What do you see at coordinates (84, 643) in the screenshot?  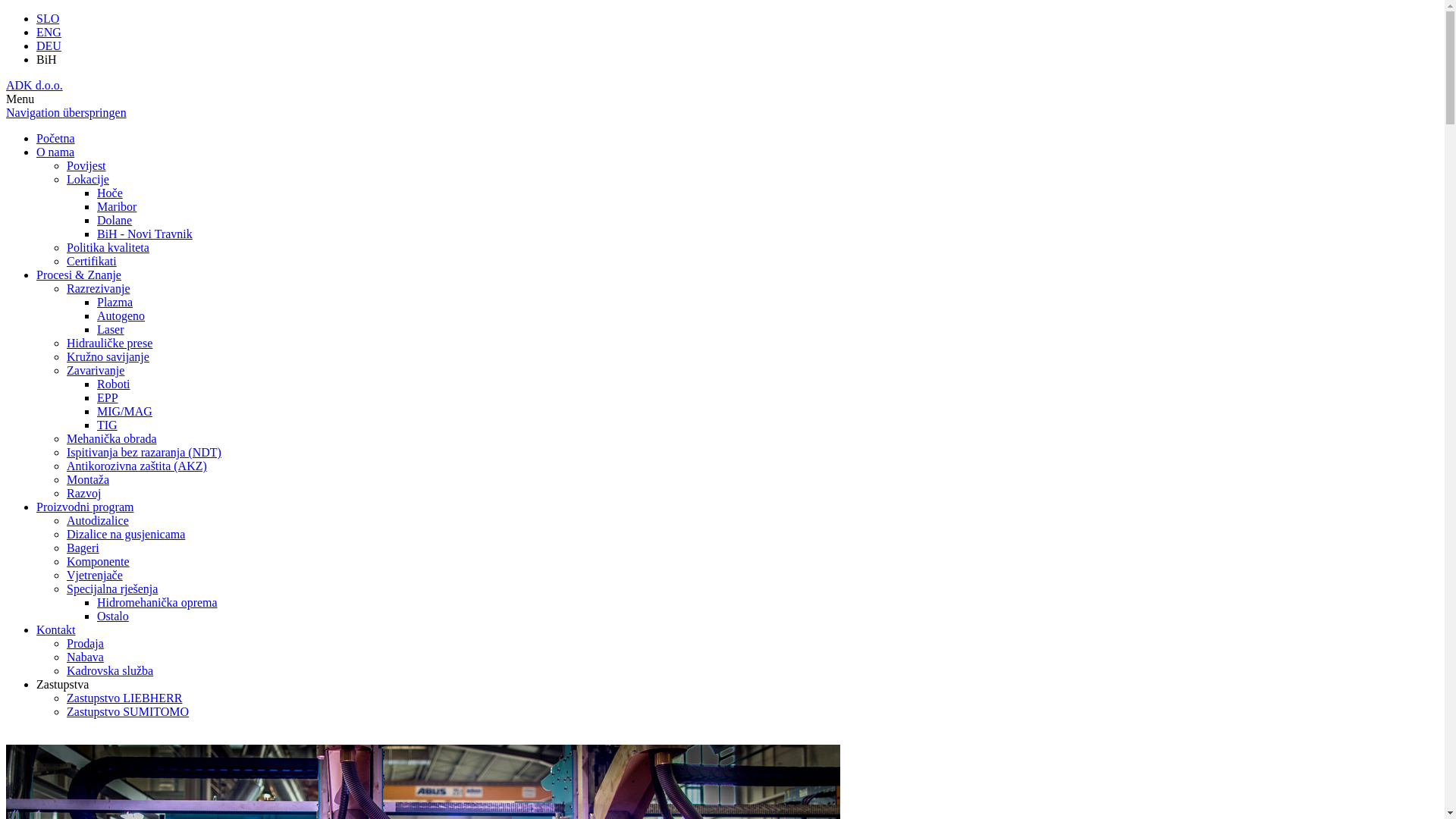 I see `'Prodaja'` at bounding box center [84, 643].